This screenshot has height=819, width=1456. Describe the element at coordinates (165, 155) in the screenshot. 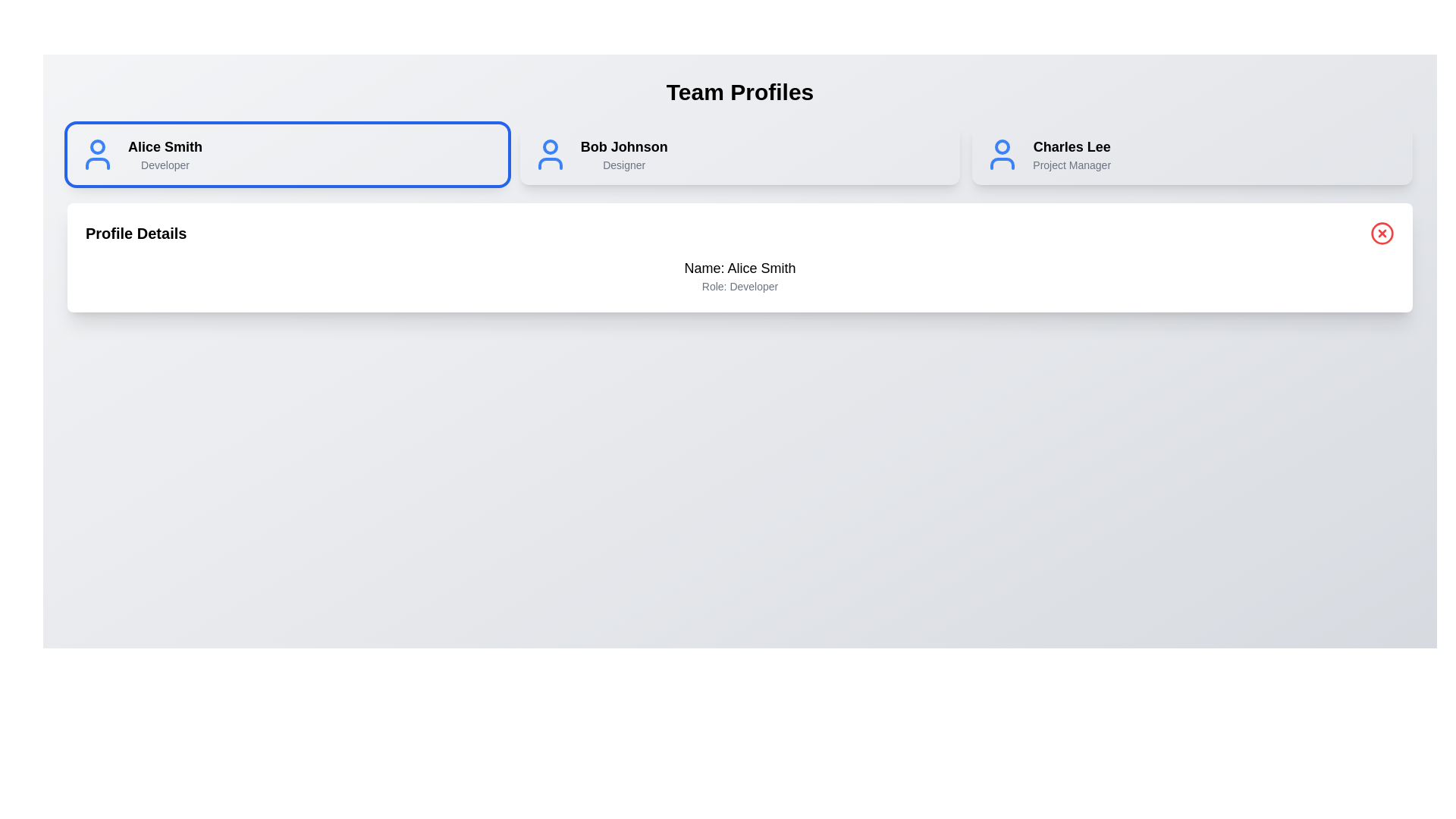

I see `the text block displaying 'Alice Smith' and 'Developer' in the Team Profiles section` at that location.